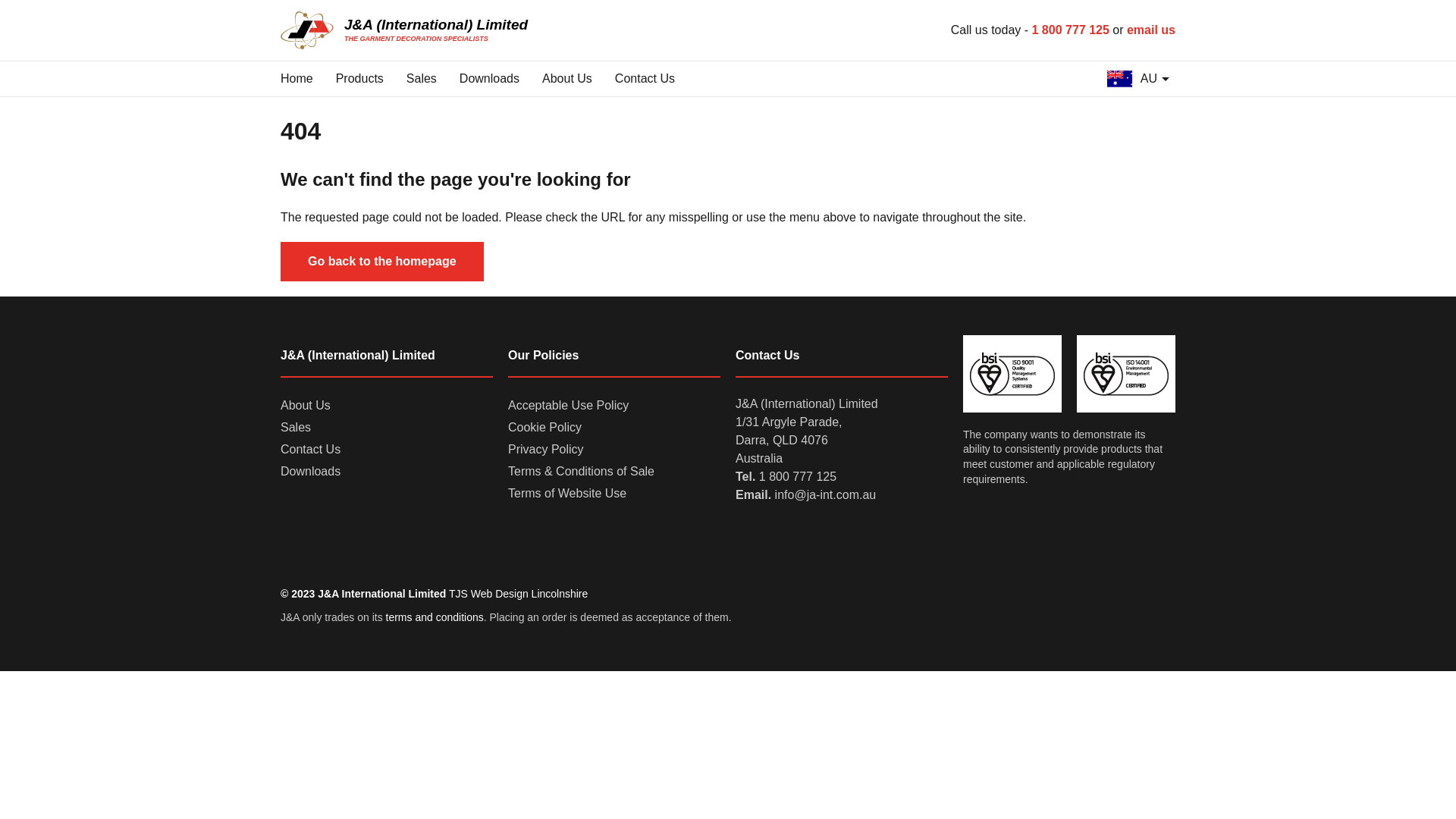 Image resolution: width=1456 pixels, height=819 pixels. What do you see at coordinates (1137, 79) in the screenshot?
I see `'AU'` at bounding box center [1137, 79].